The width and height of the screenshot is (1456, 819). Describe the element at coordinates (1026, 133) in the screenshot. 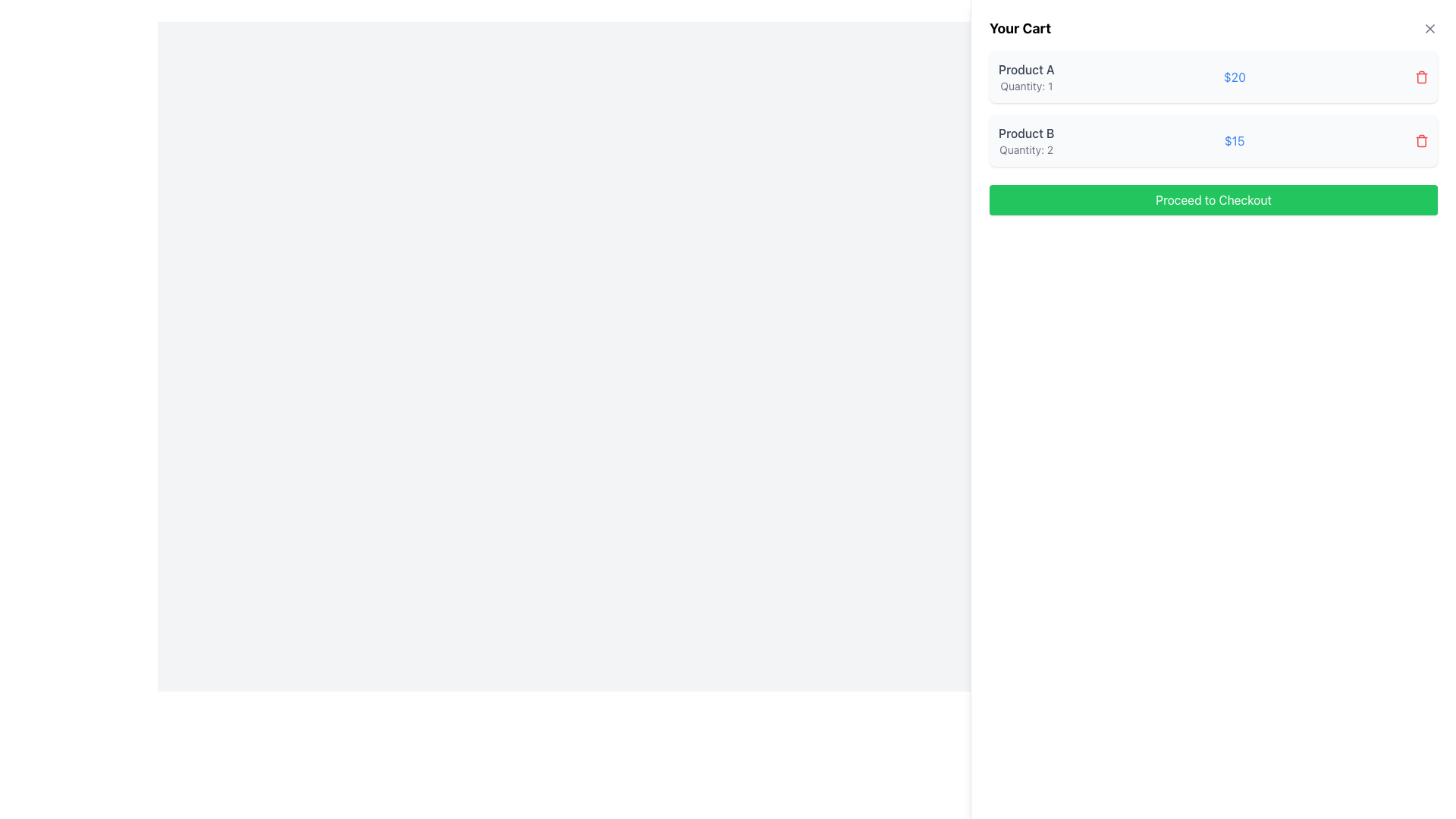

I see `the text label that identifies the name of the second product in the shopping cart, located to the left of the price '$15' and above the quantity details 'Quantity: 2'` at that location.